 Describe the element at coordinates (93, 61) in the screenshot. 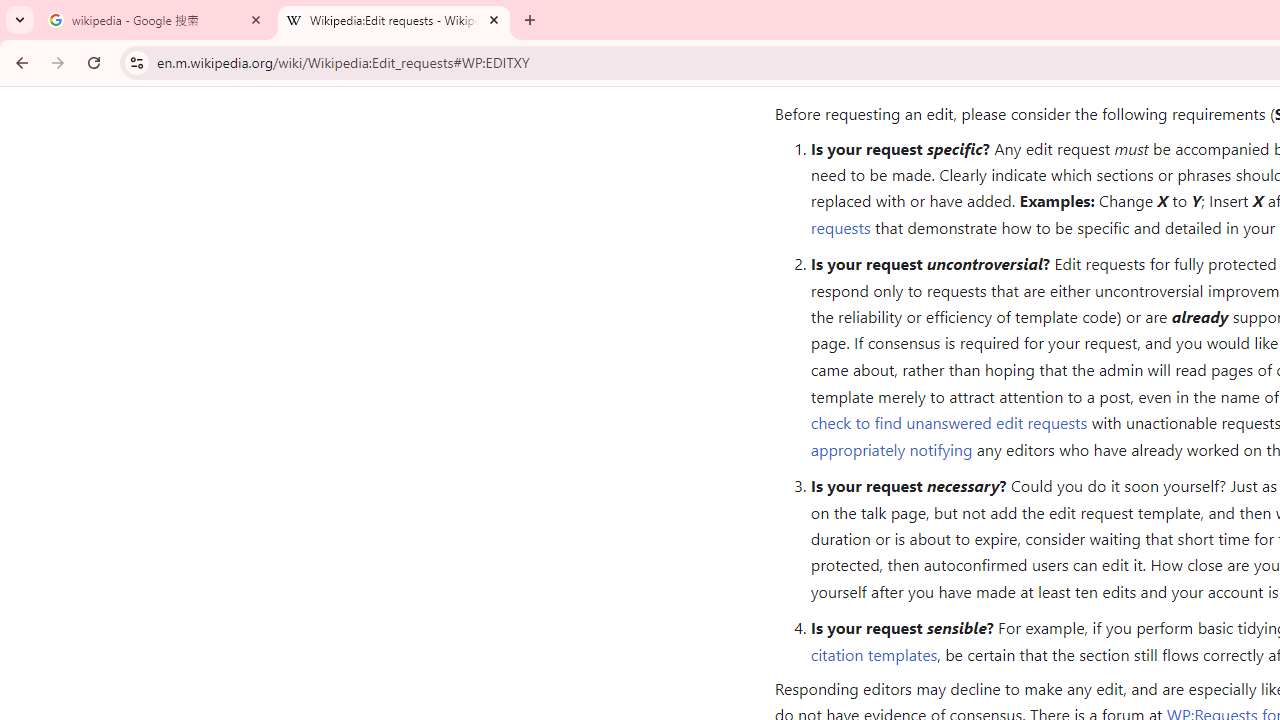

I see `'Reload'` at that location.